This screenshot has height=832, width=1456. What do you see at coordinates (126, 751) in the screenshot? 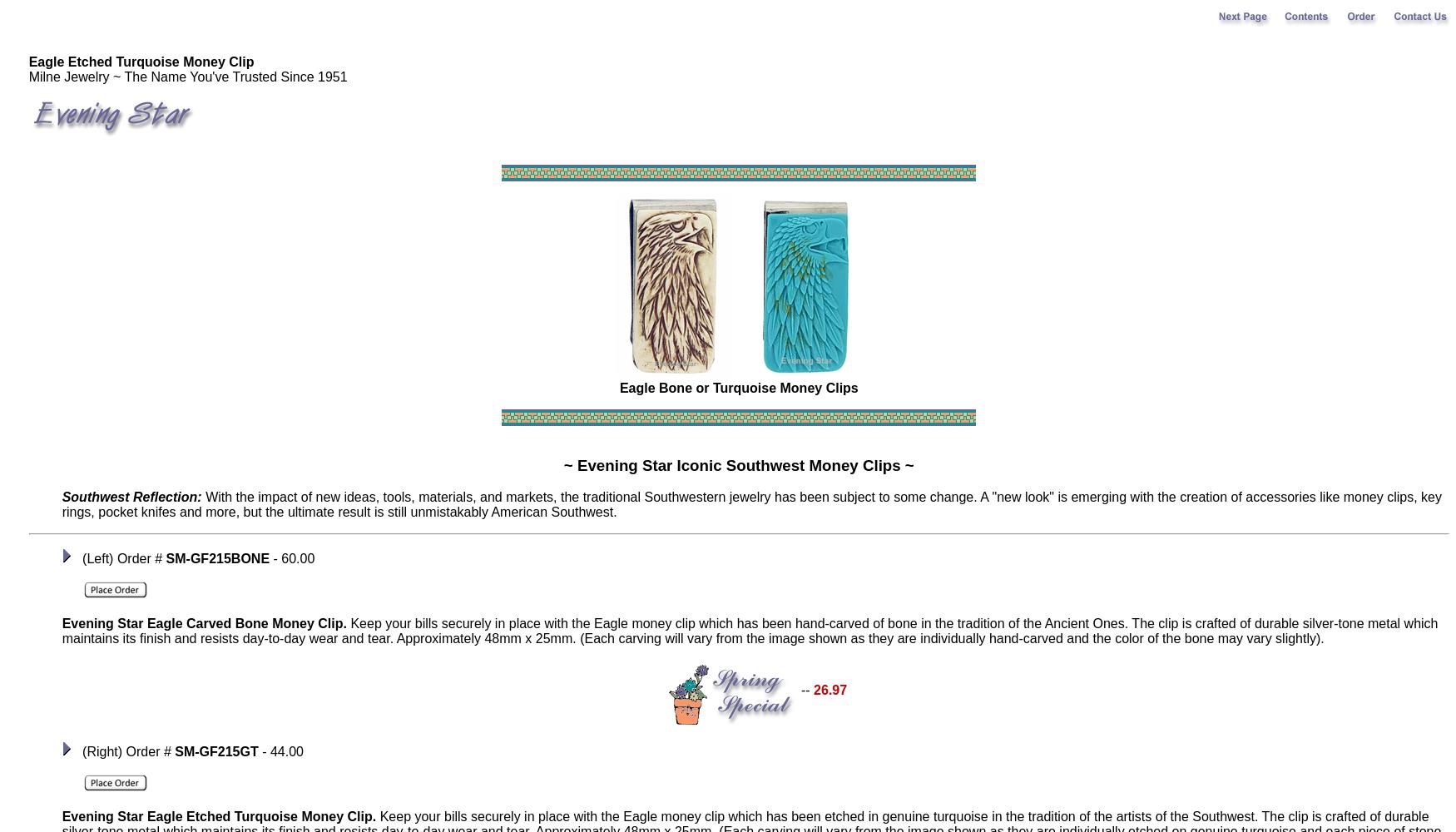
I see `'(Right)
      Order #'` at bounding box center [126, 751].